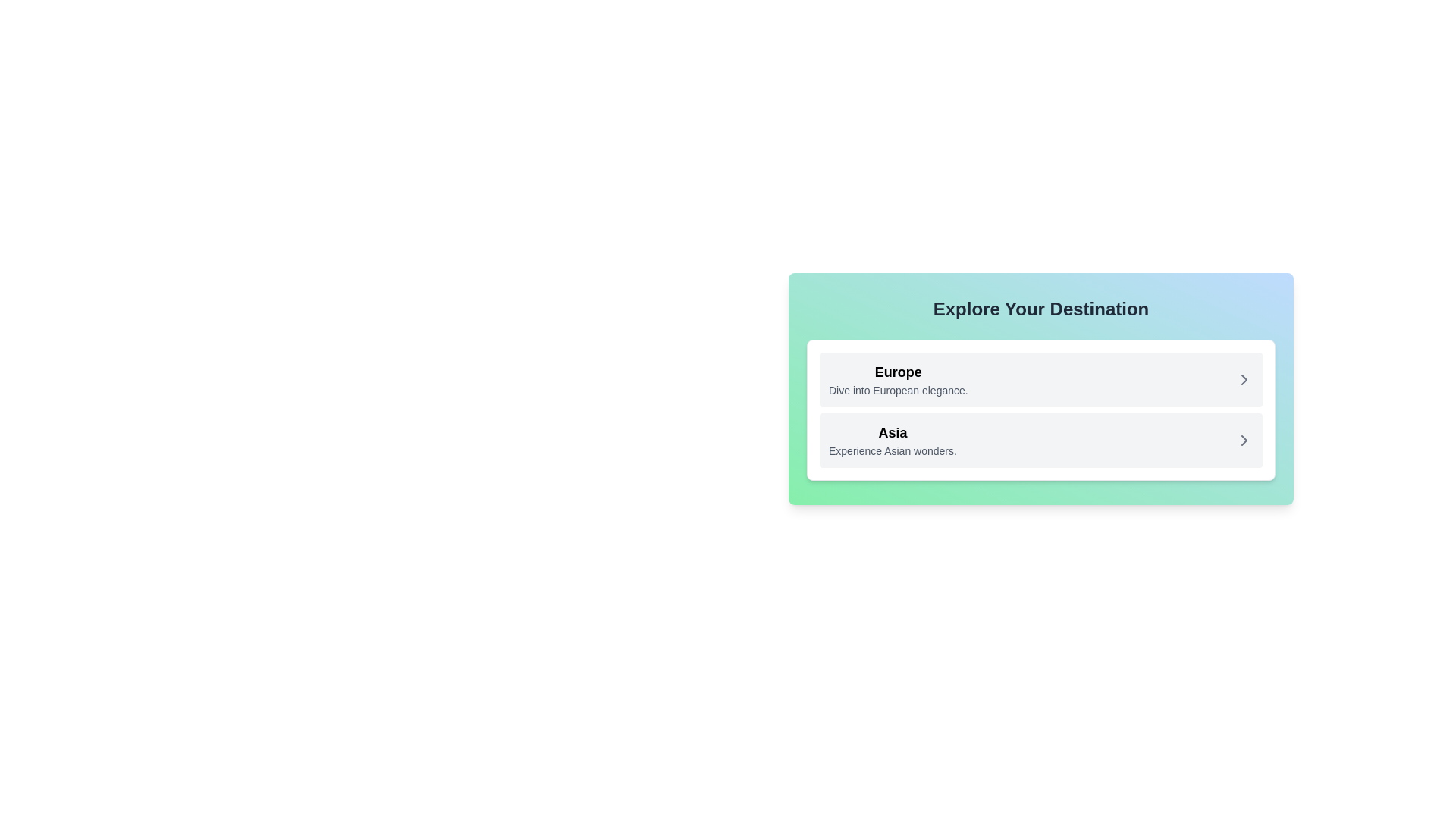 The image size is (1456, 819). I want to click on the rightward-pointing chevron icon adjacent to the 'Europe' label, so click(1244, 379).